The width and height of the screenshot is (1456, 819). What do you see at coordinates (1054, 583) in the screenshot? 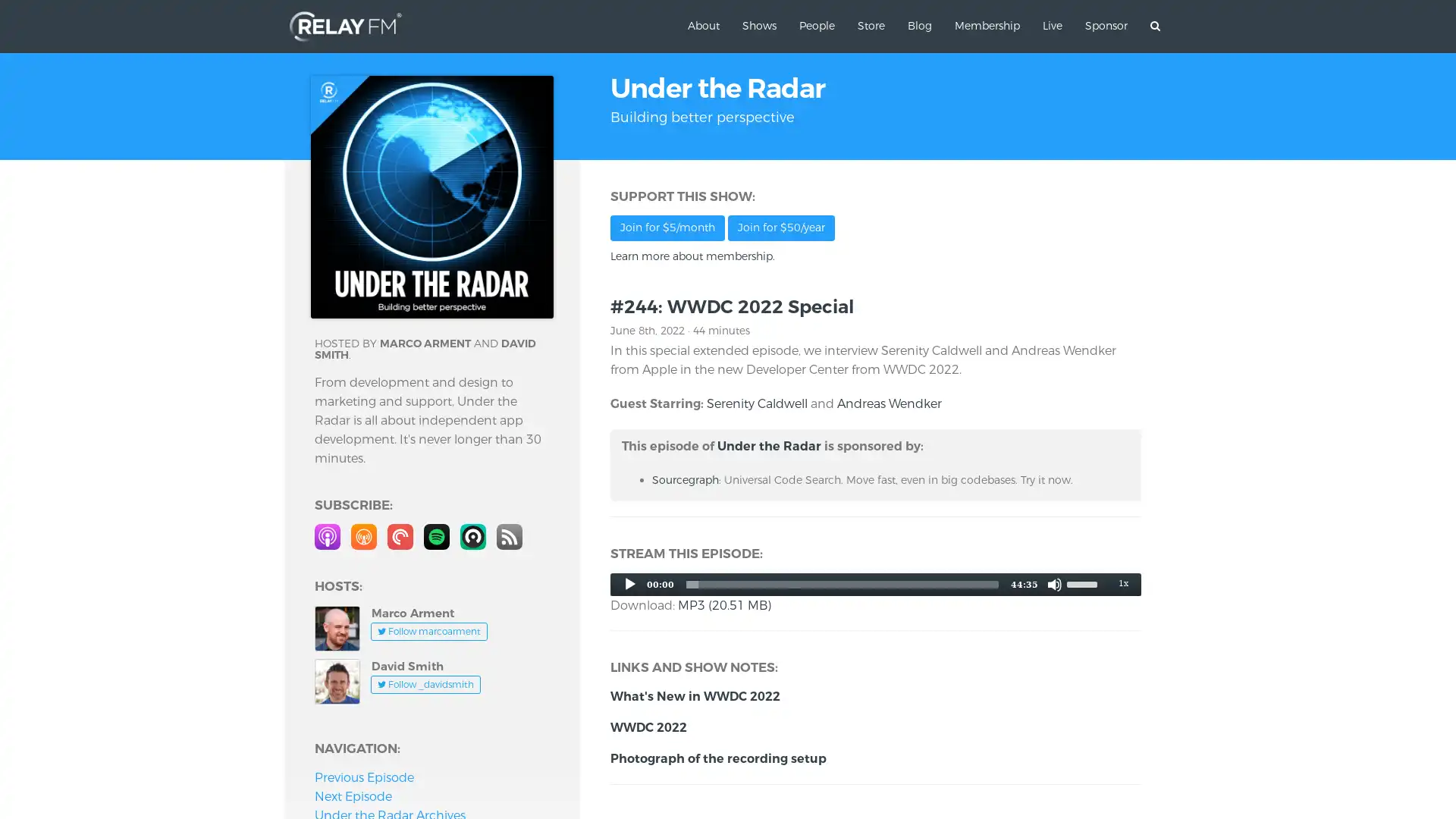
I see `Mute` at bounding box center [1054, 583].